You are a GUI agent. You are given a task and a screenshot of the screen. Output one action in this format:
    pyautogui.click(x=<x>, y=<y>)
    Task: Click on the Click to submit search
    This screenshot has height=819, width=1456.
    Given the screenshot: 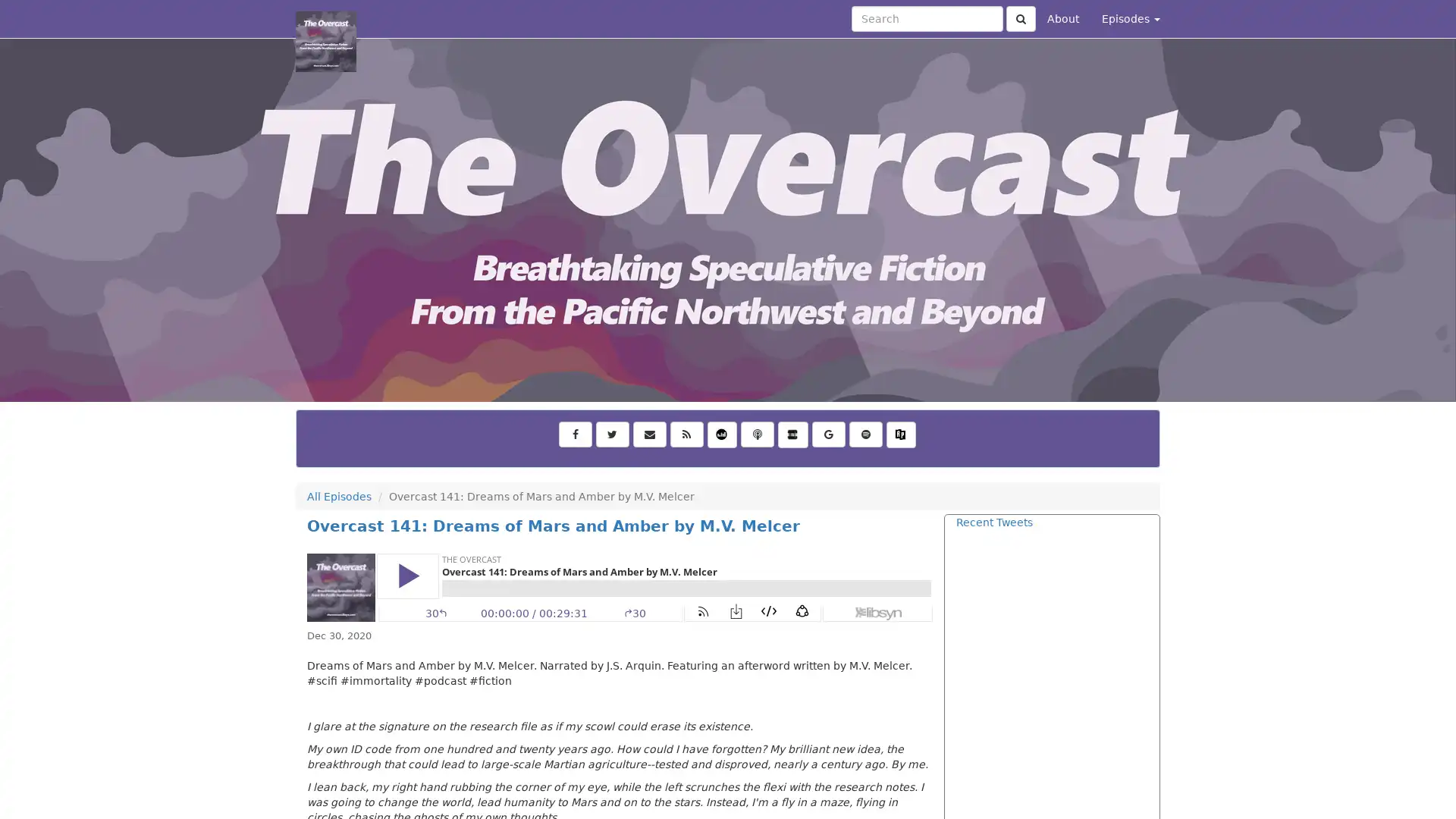 What is the action you would take?
    pyautogui.click(x=1021, y=18)
    